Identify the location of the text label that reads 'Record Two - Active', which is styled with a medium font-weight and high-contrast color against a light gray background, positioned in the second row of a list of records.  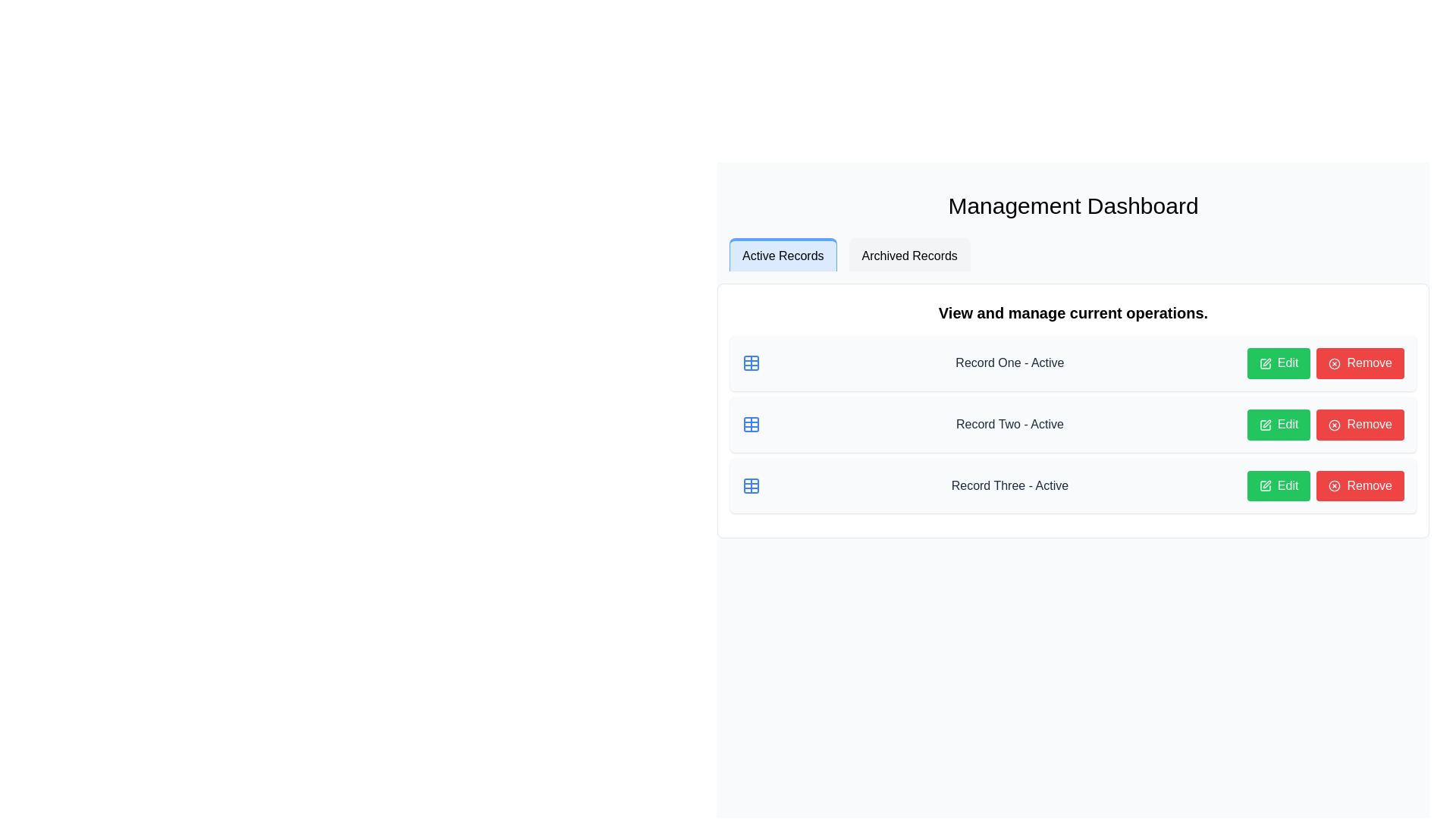
(1009, 425).